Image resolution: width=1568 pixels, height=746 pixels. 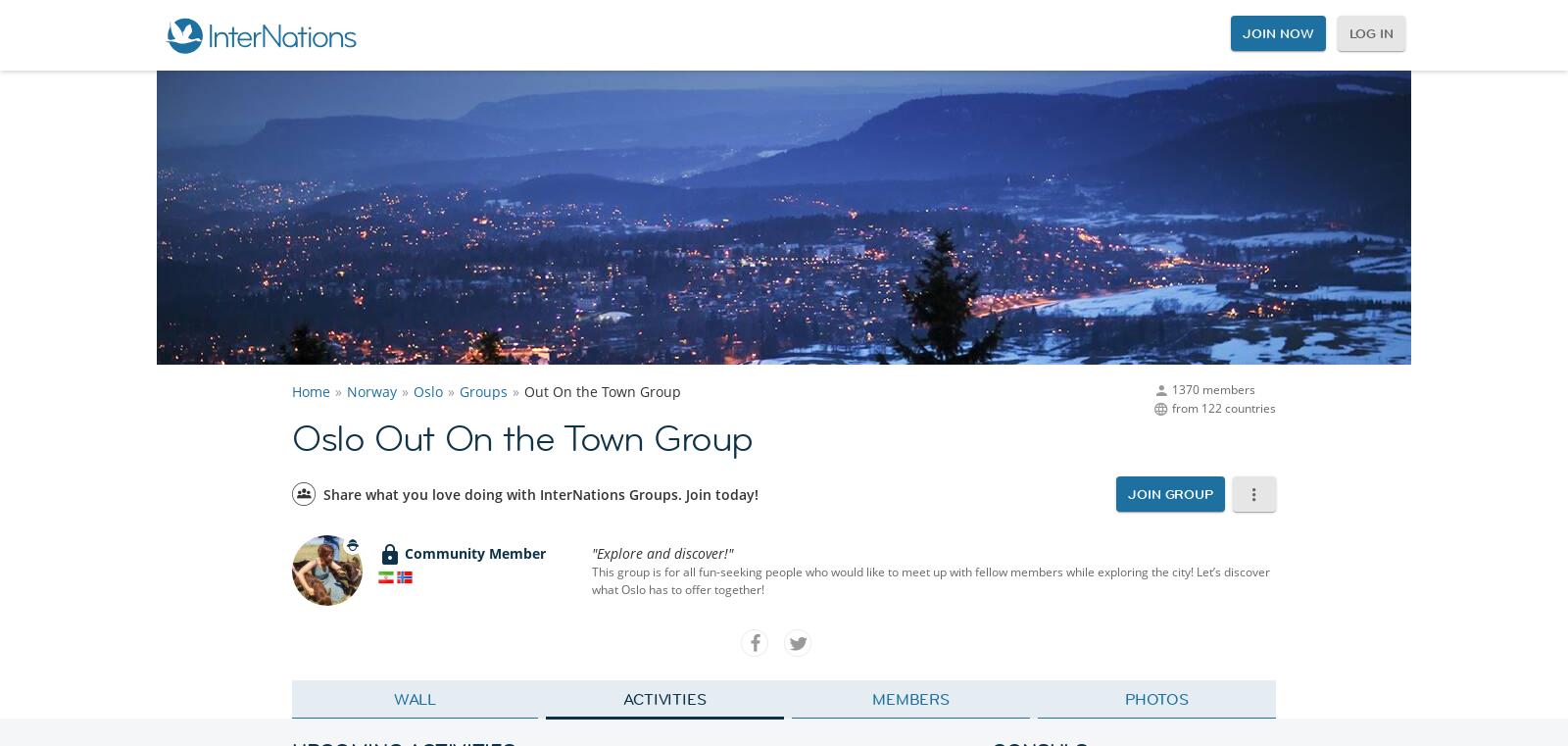 What do you see at coordinates (930, 580) in the screenshot?
I see `'This group is for all fun-seeking people who would like to meet up with fellow members while exploring the city! Let’s discover what Oslo has to offer together!'` at bounding box center [930, 580].